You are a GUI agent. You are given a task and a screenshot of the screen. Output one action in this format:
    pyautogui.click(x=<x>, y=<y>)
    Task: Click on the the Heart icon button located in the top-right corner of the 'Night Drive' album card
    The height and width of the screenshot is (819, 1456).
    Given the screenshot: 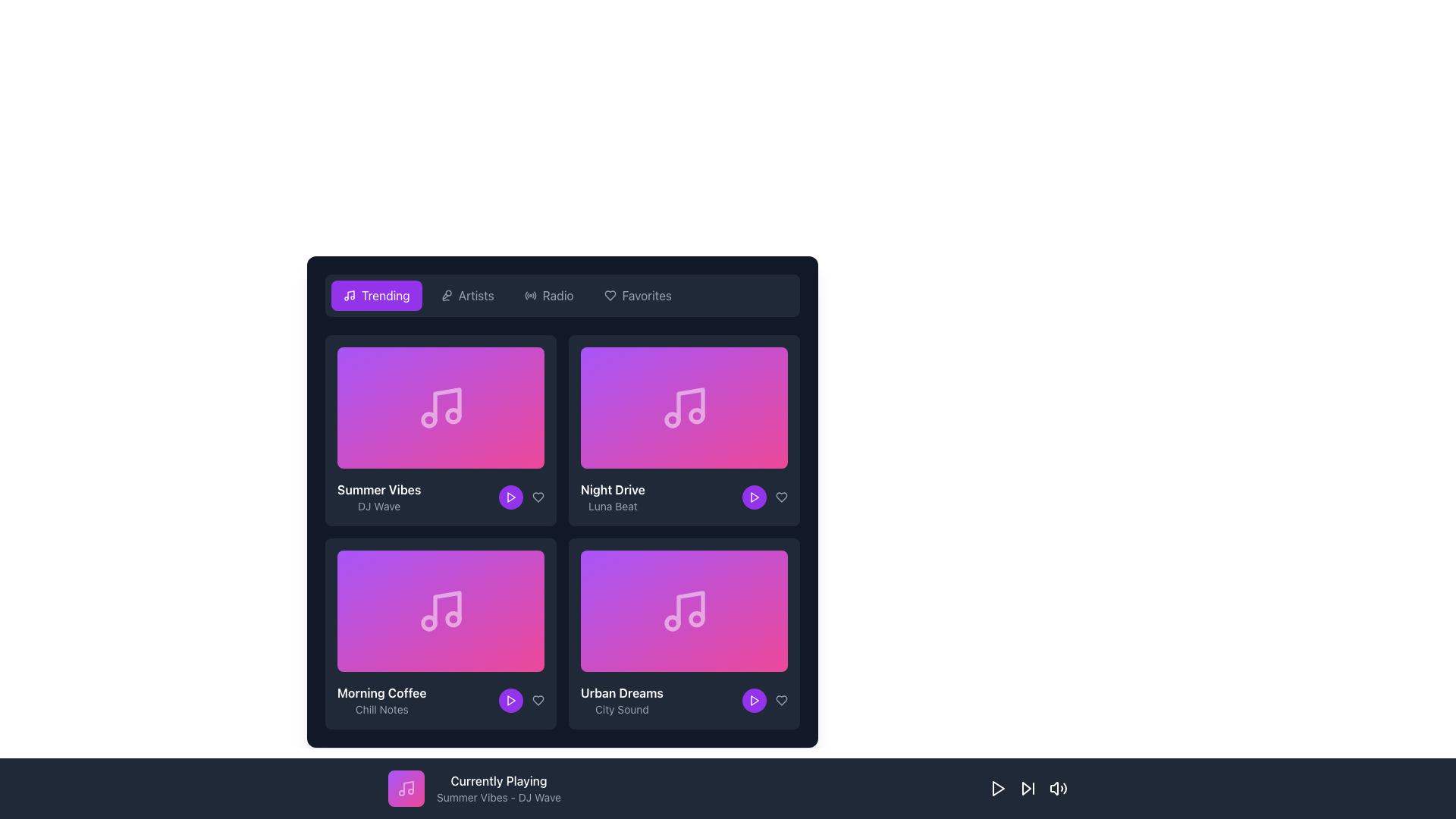 What is the action you would take?
    pyautogui.click(x=538, y=497)
    